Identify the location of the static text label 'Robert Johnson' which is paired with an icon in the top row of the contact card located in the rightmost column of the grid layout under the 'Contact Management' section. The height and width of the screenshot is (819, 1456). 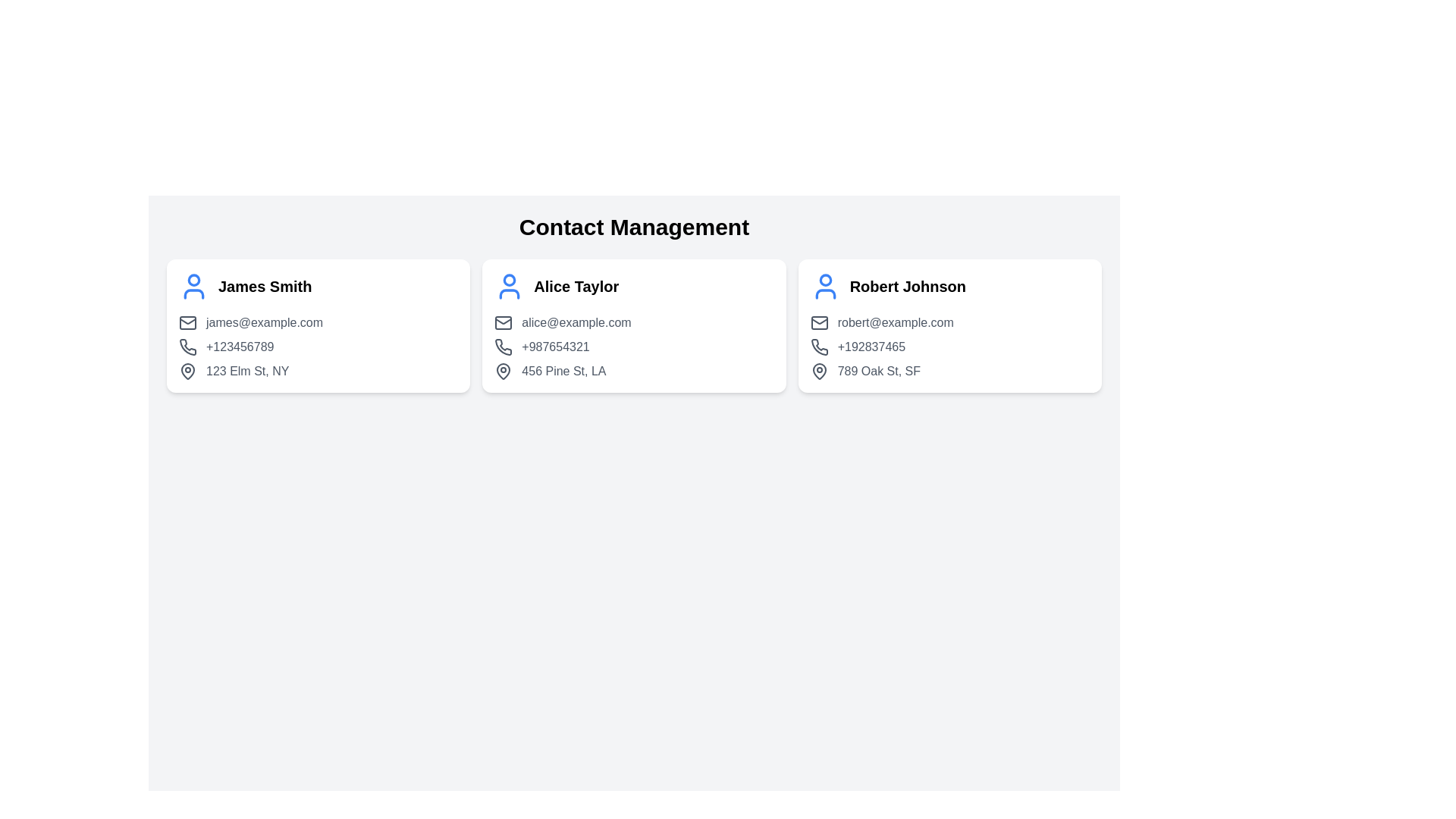
(949, 287).